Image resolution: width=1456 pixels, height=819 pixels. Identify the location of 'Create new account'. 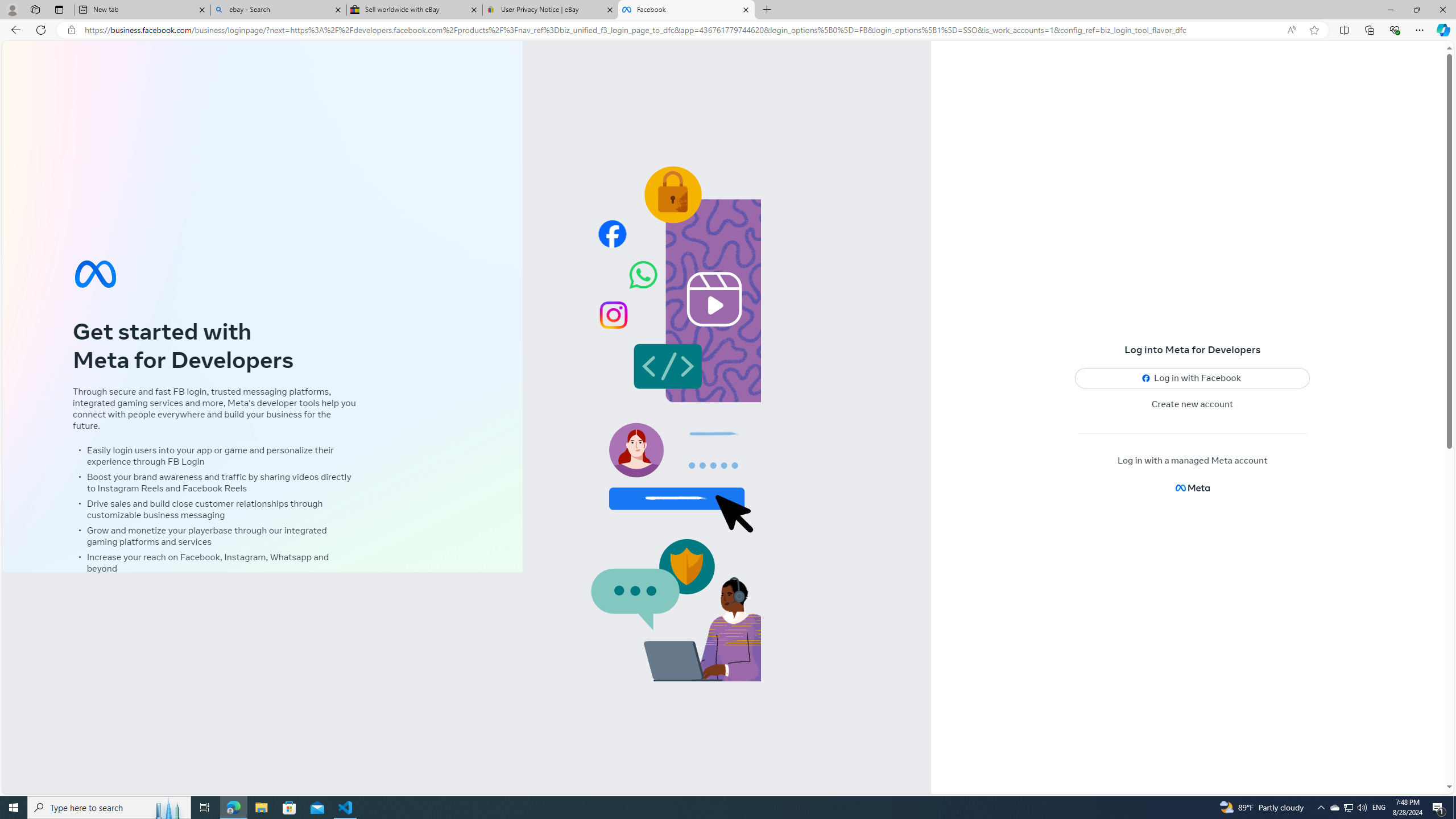
(1192, 404).